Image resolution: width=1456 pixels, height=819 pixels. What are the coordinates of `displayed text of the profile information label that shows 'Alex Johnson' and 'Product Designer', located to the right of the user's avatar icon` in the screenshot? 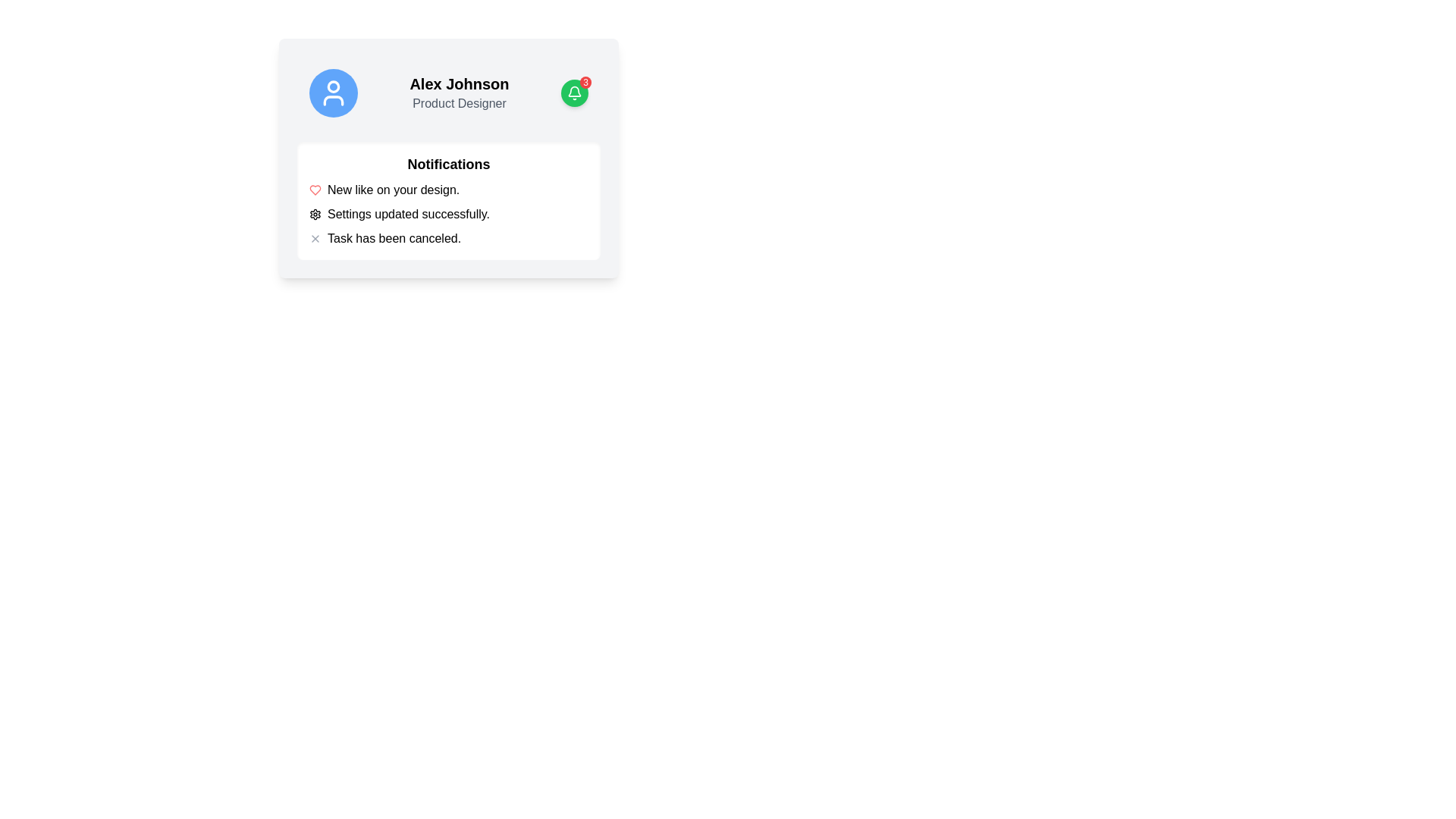 It's located at (458, 93).